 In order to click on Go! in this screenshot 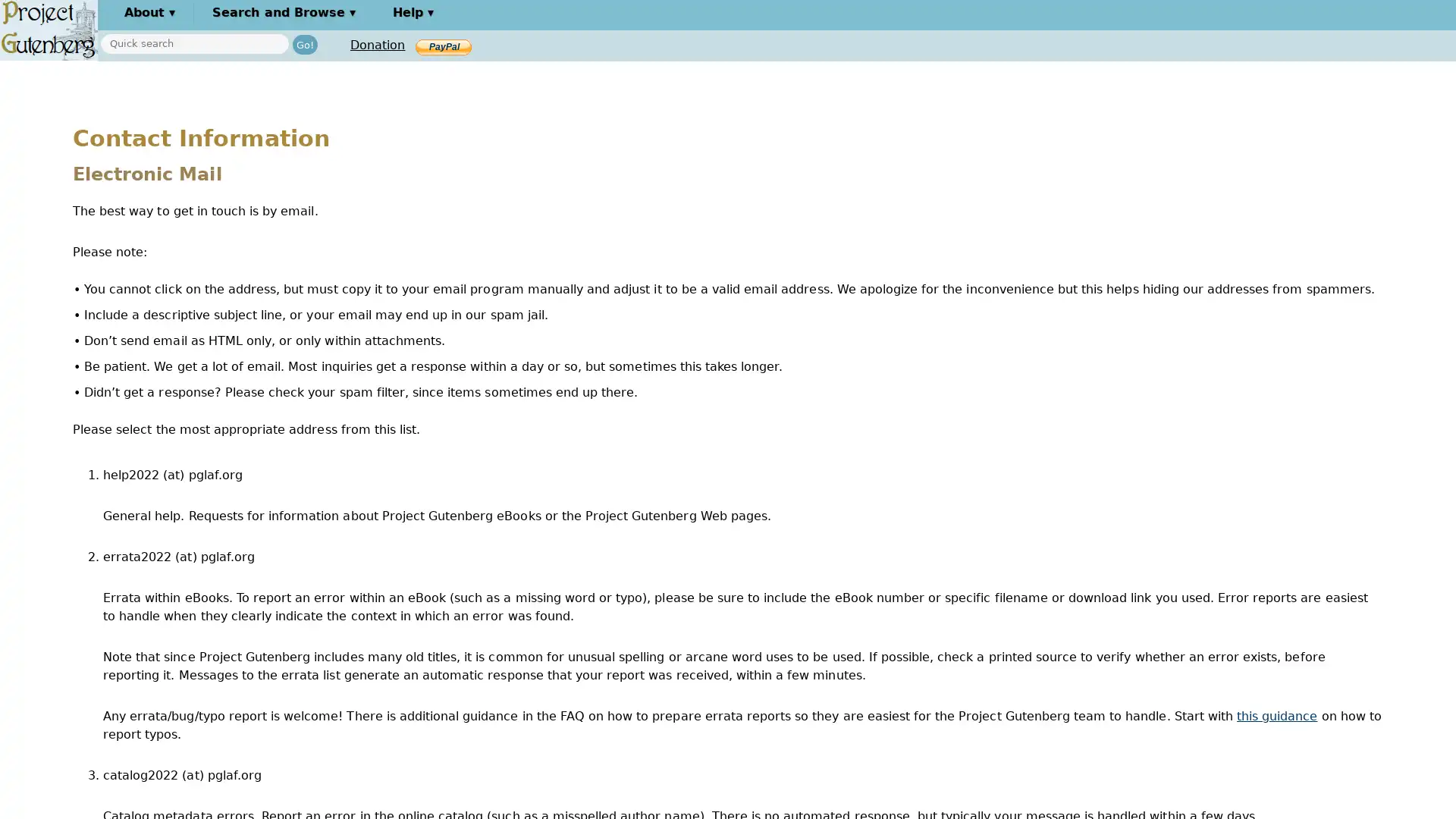, I will do `click(304, 43)`.